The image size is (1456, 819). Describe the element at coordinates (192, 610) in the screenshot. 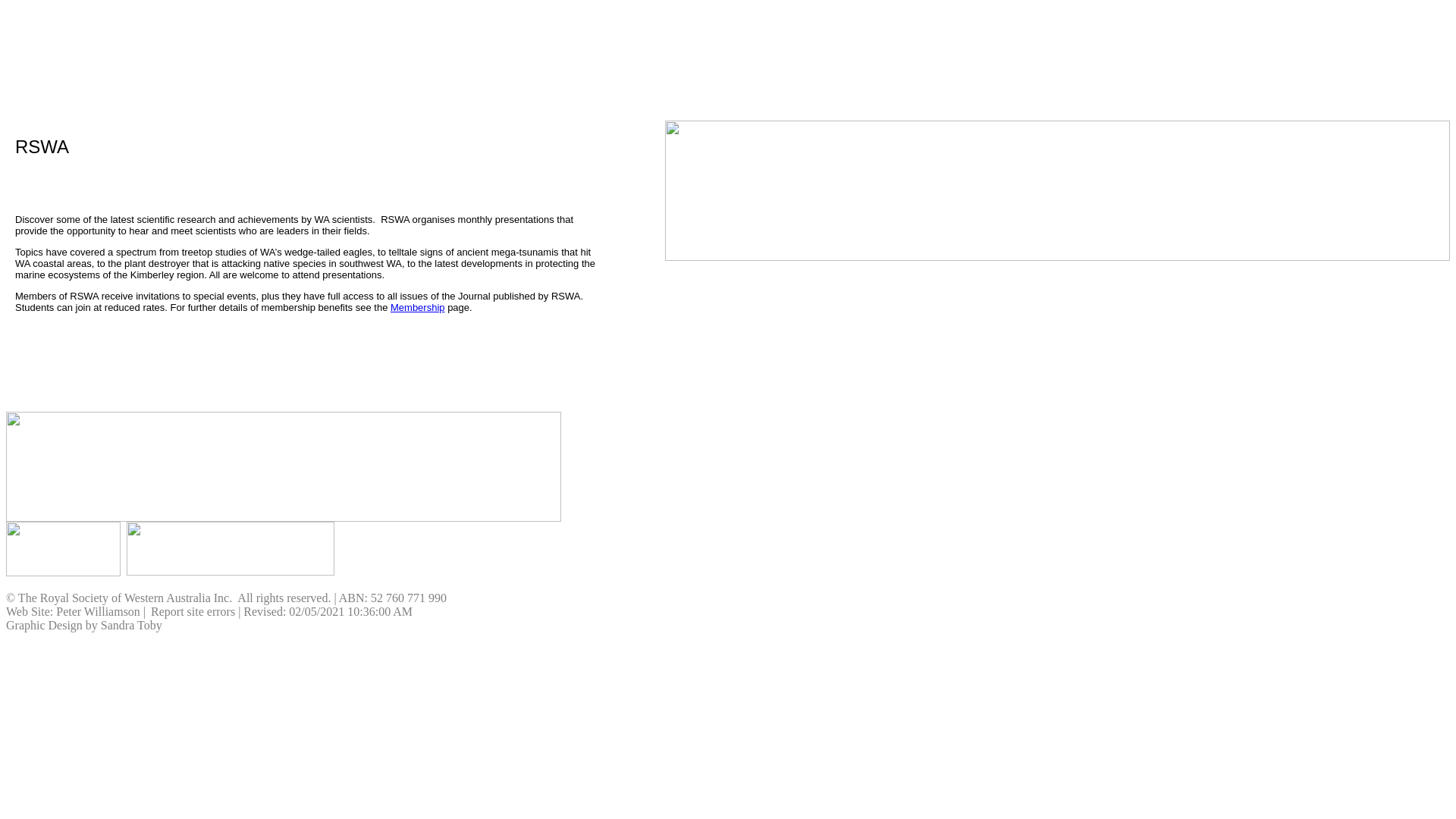

I see `'Report site errors'` at that location.